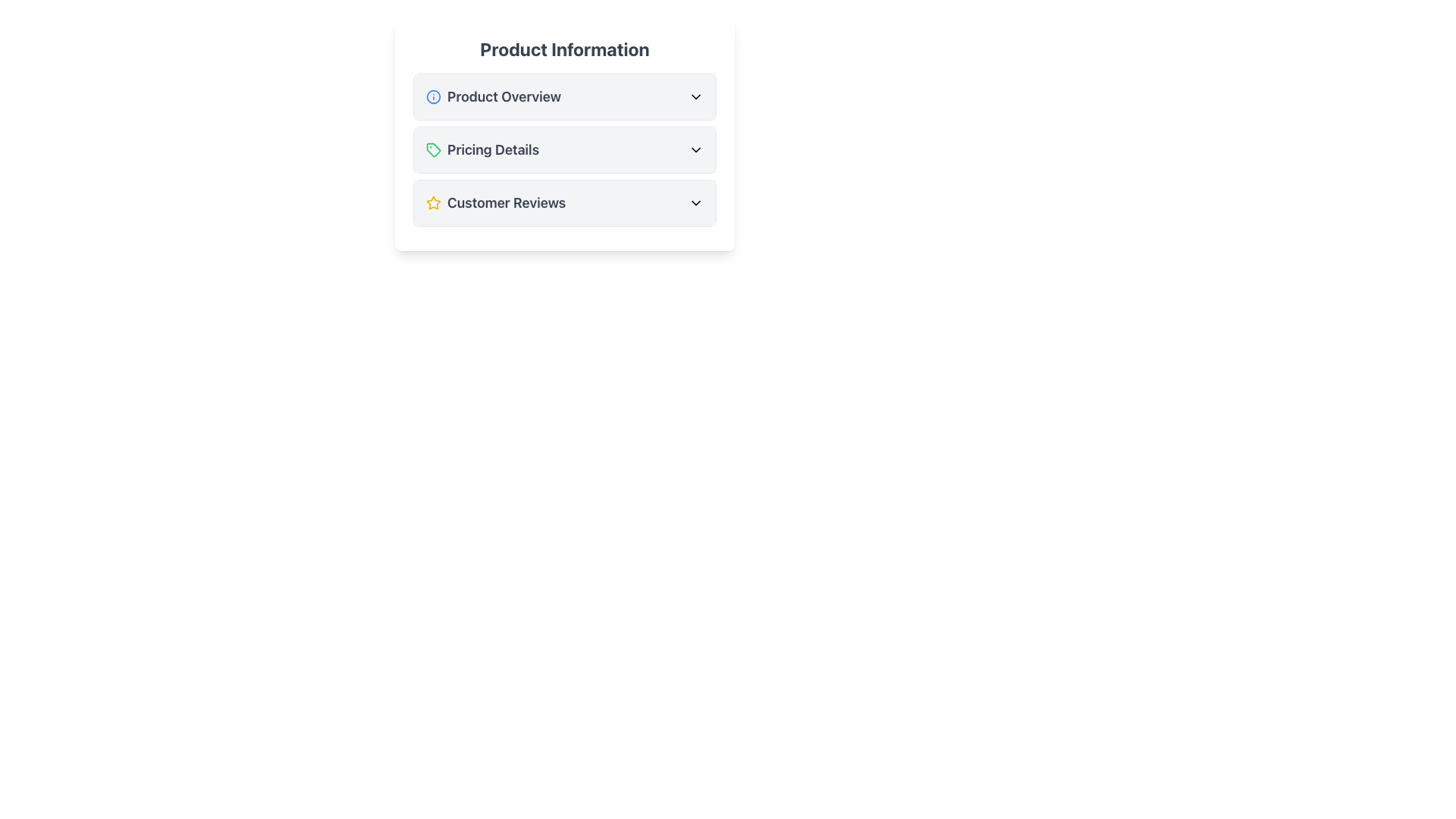 The image size is (1456, 819). I want to click on the yellow star icon with a hollow center next to 'Customer Reviews' in the collapsible section header, so click(432, 202).